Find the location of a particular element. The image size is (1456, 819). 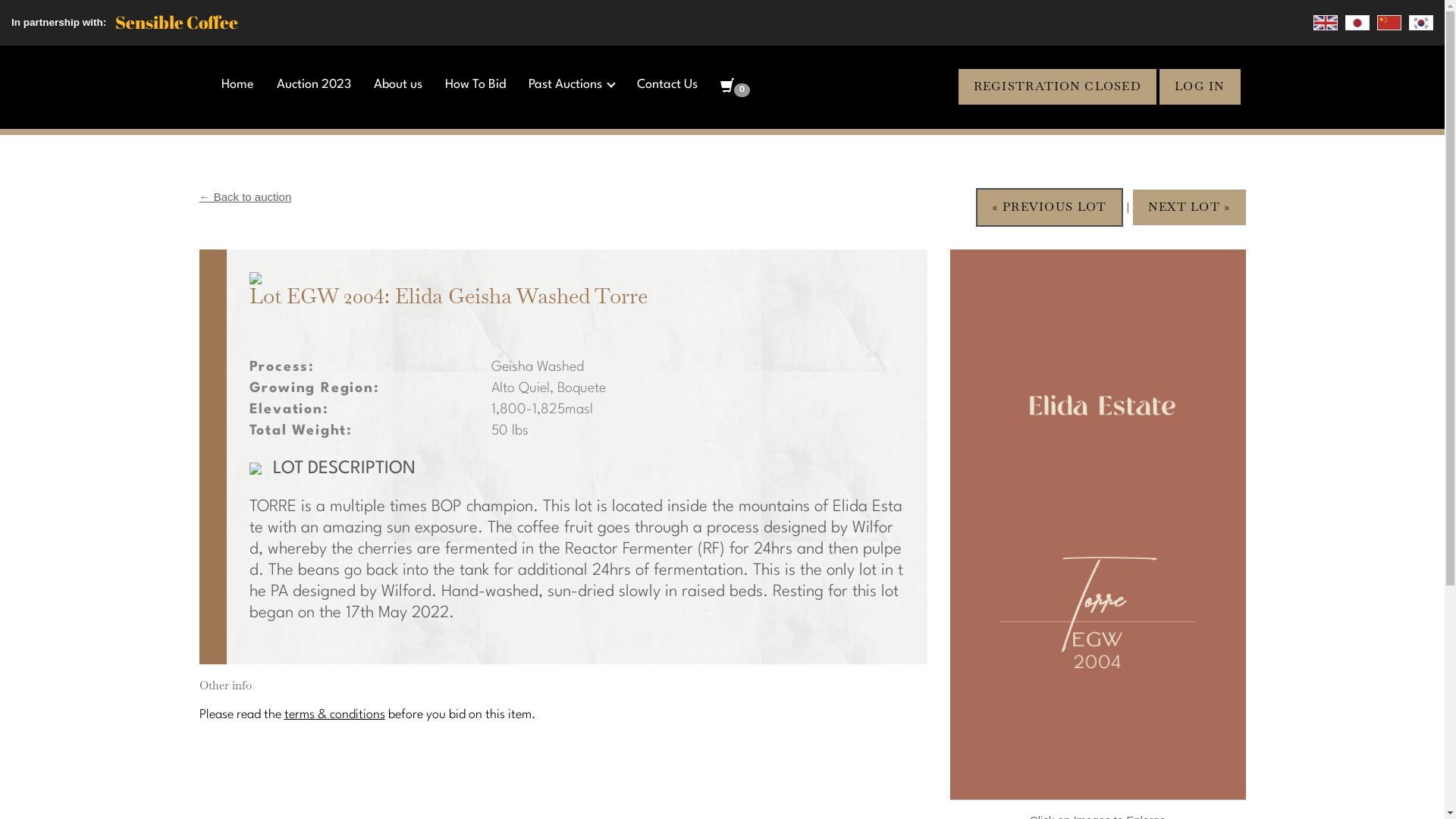

'0' is located at coordinates (735, 87).